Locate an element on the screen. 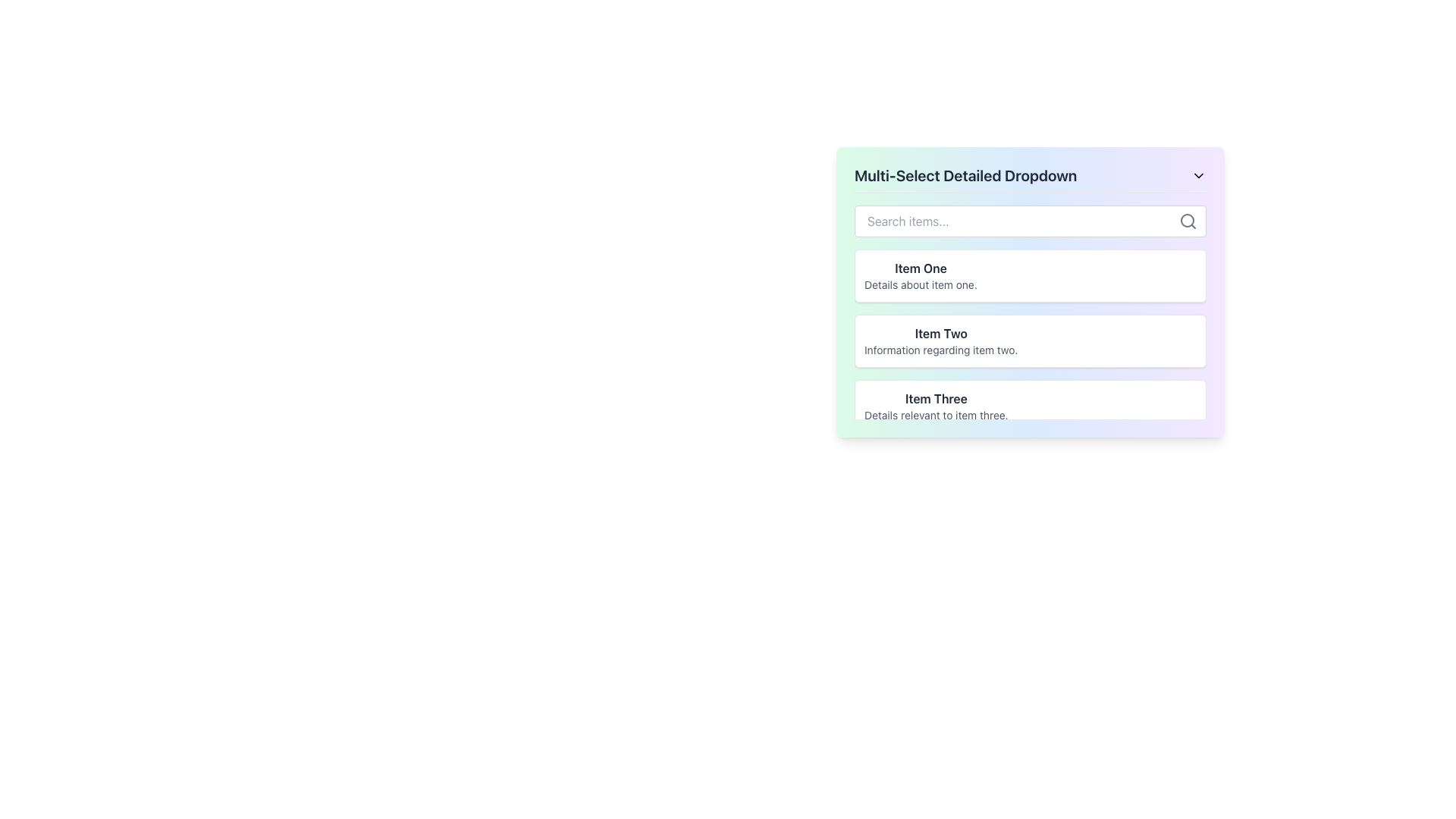  the second list item titled 'Item Two' in the dropdown menu under 'Multi-Select Detailed Dropdown' is located at coordinates (1030, 333).